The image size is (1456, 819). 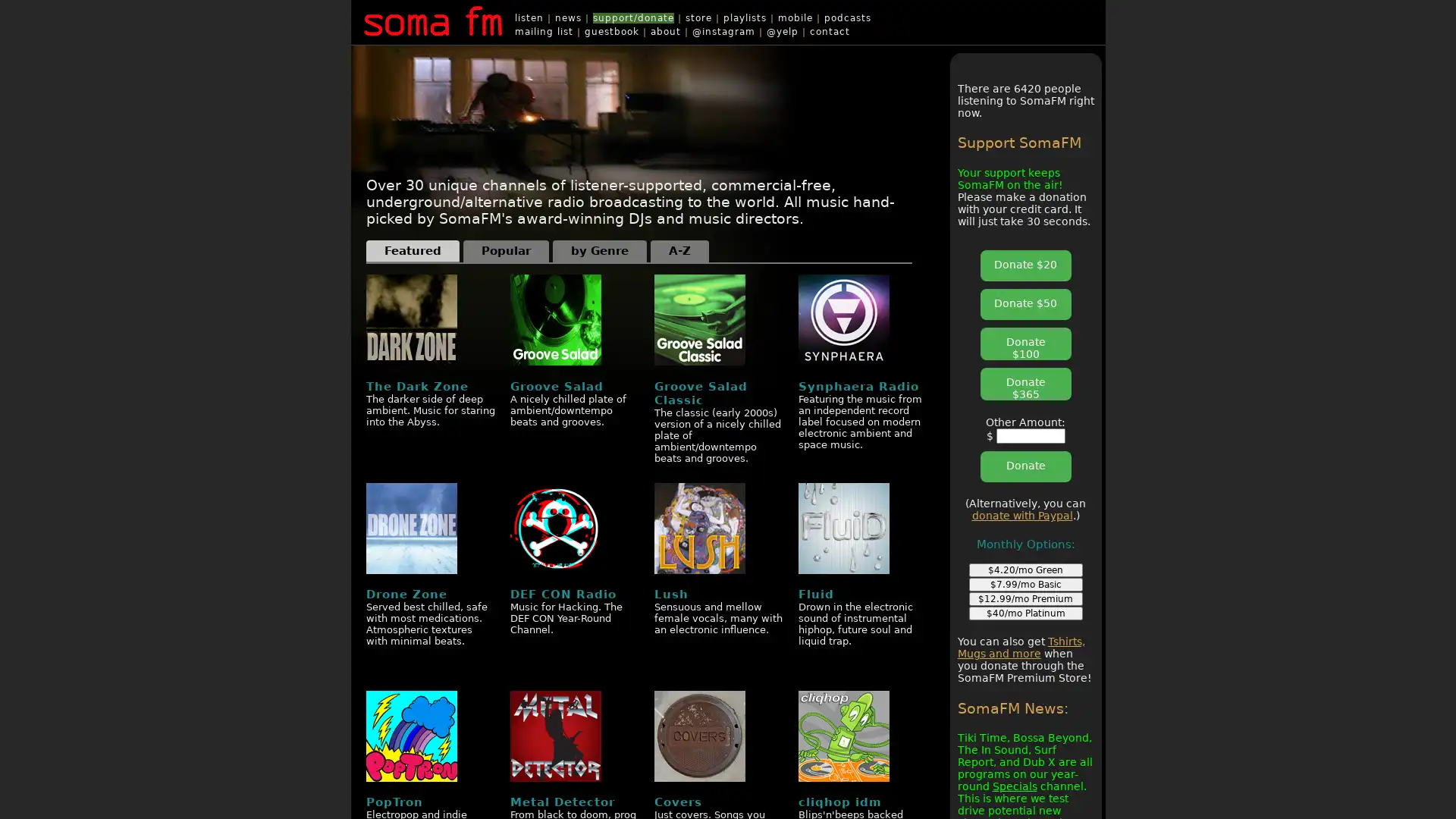 I want to click on Donate $20, so click(x=1025, y=265).